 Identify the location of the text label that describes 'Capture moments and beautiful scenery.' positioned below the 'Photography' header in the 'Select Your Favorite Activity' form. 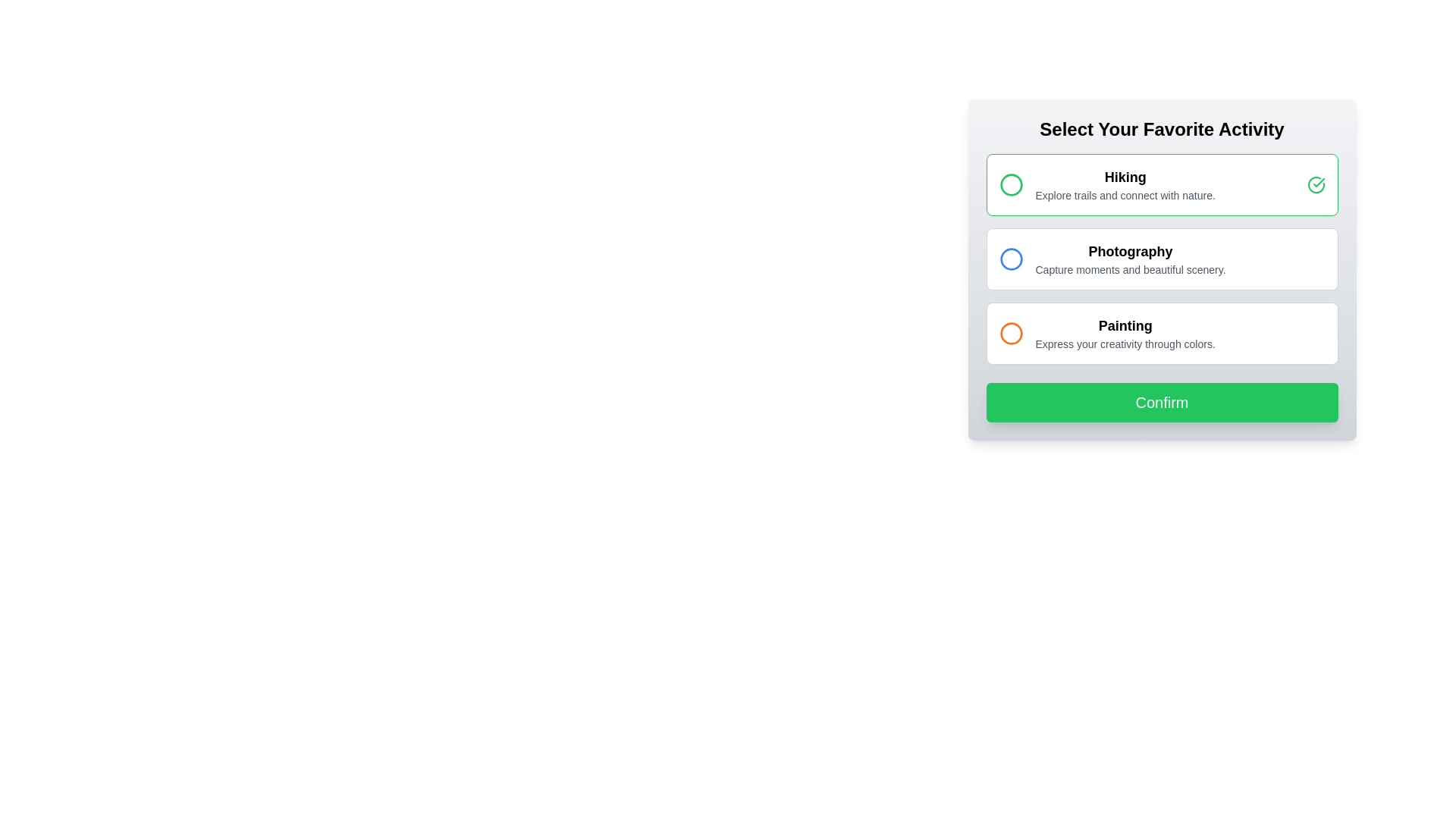
(1131, 268).